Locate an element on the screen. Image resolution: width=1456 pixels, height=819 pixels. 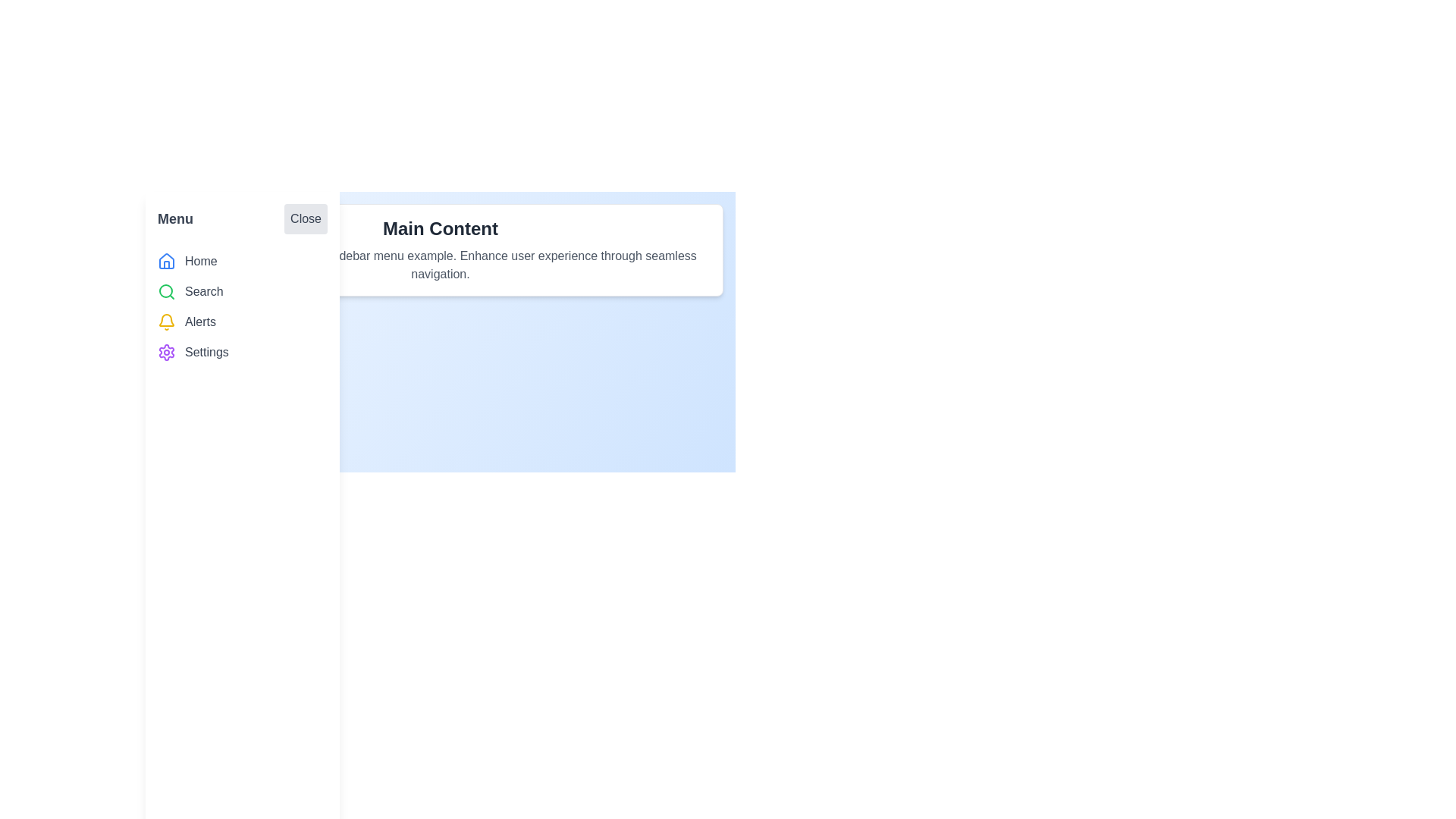
the 'Home' icon located in the left sidebar navigation menu is located at coordinates (167, 260).